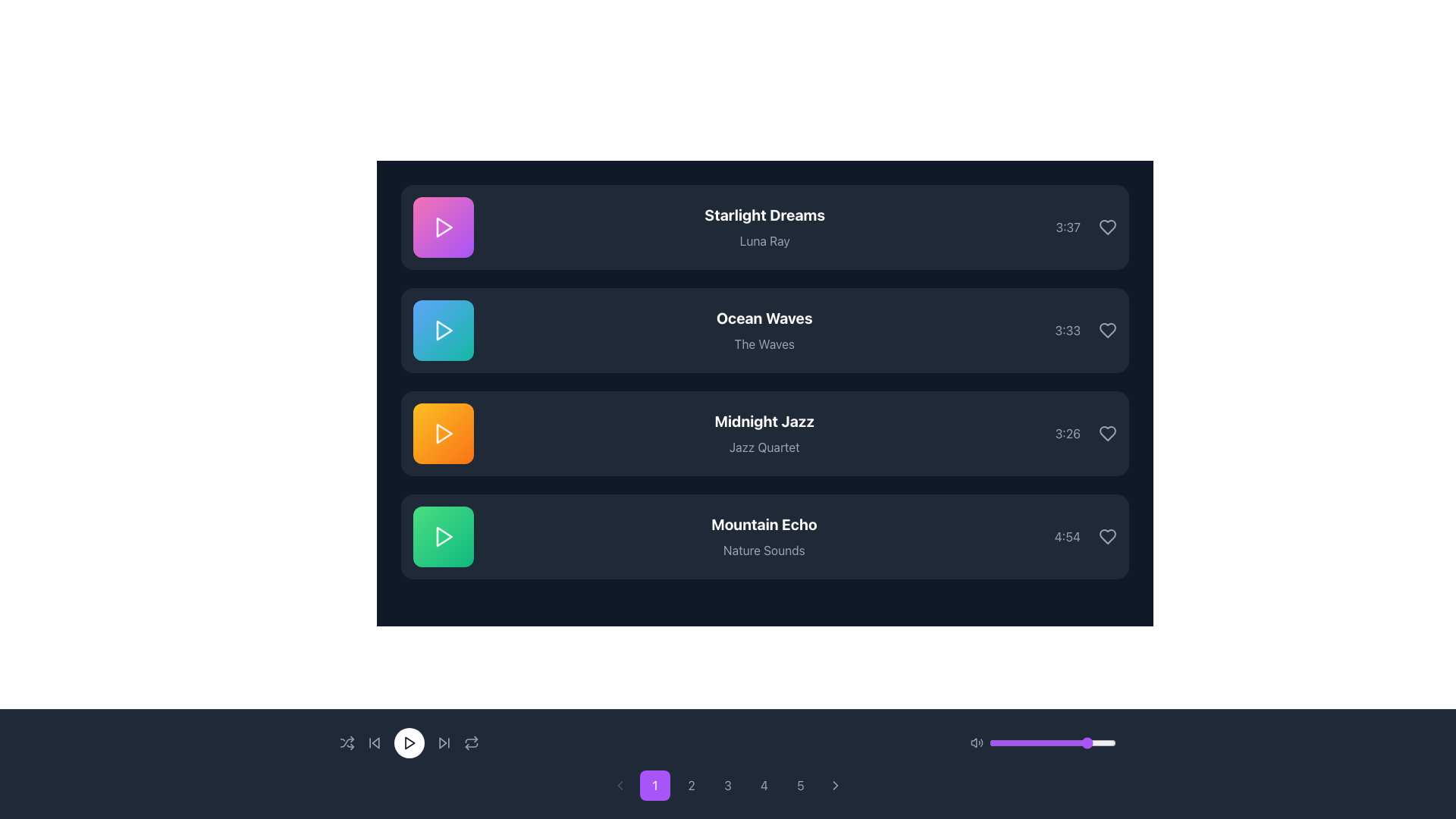  Describe the element at coordinates (409, 742) in the screenshot. I see `the circular play button with a triangular play icon in the bottom control panel` at that location.